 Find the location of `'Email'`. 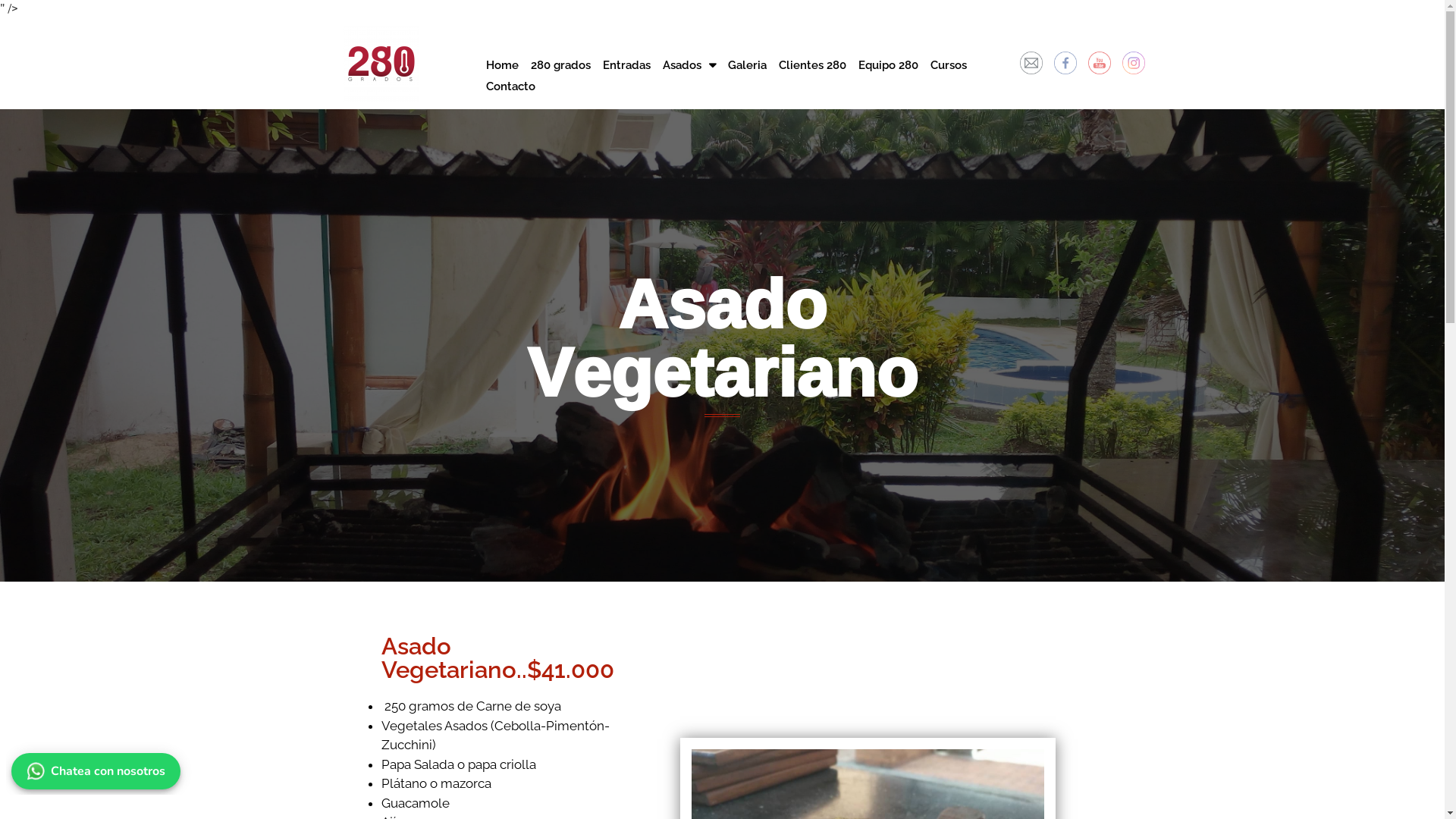

'Email' is located at coordinates (1031, 62).